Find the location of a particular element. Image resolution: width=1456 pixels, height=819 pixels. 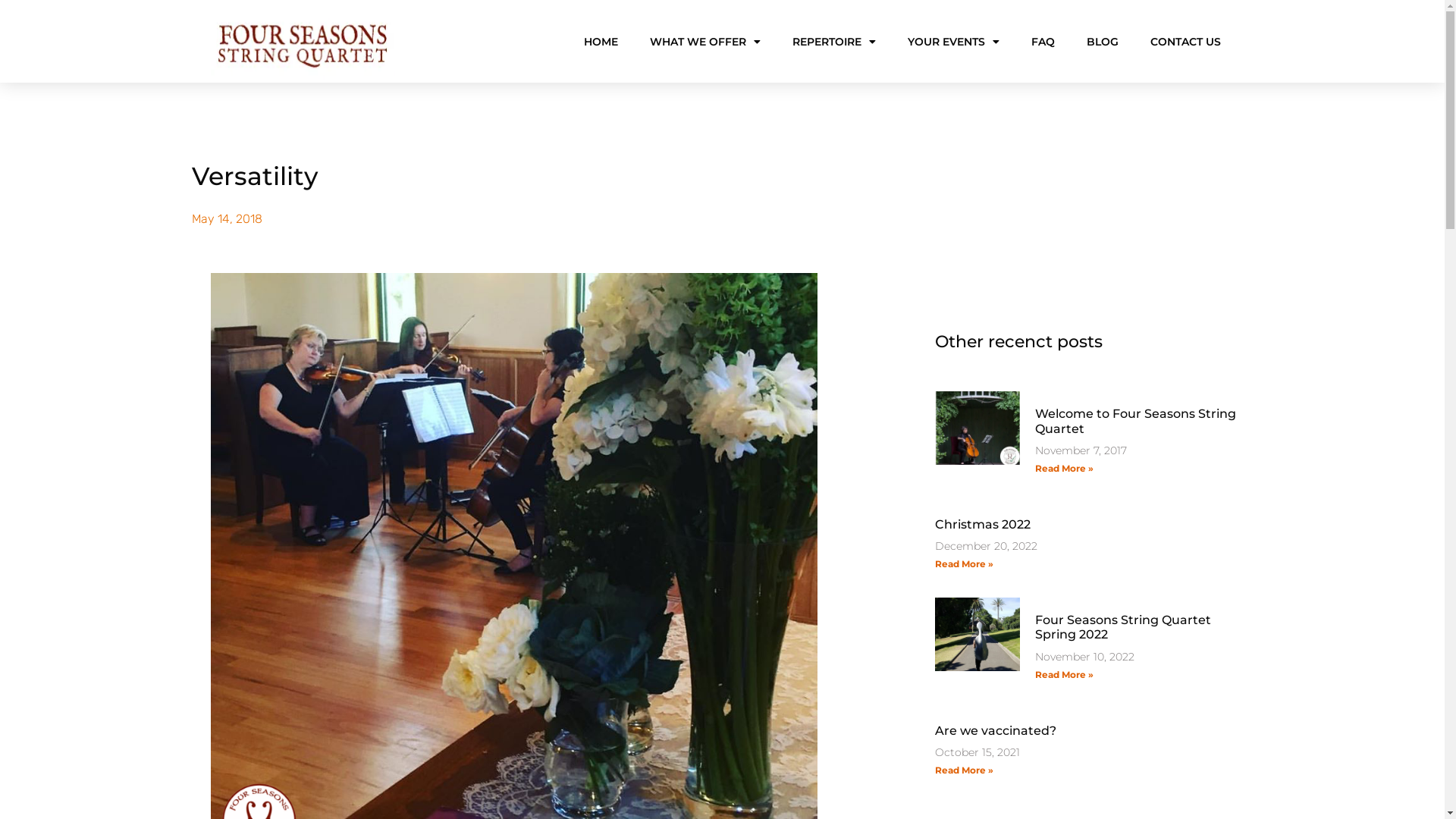

'Christmas 2022' is located at coordinates (982, 523).